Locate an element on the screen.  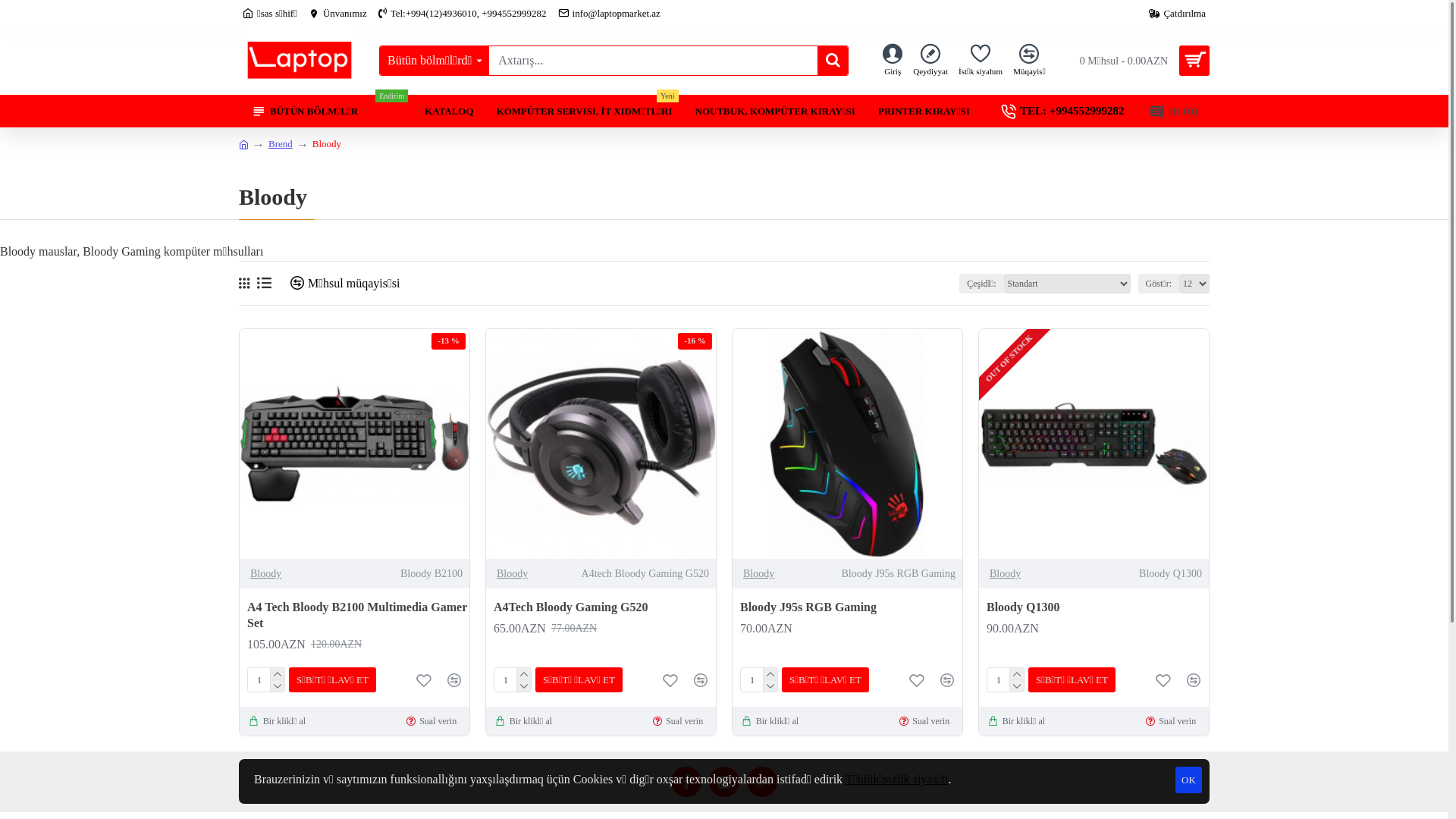
'TEL: +994552999282' is located at coordinates (990, 110).